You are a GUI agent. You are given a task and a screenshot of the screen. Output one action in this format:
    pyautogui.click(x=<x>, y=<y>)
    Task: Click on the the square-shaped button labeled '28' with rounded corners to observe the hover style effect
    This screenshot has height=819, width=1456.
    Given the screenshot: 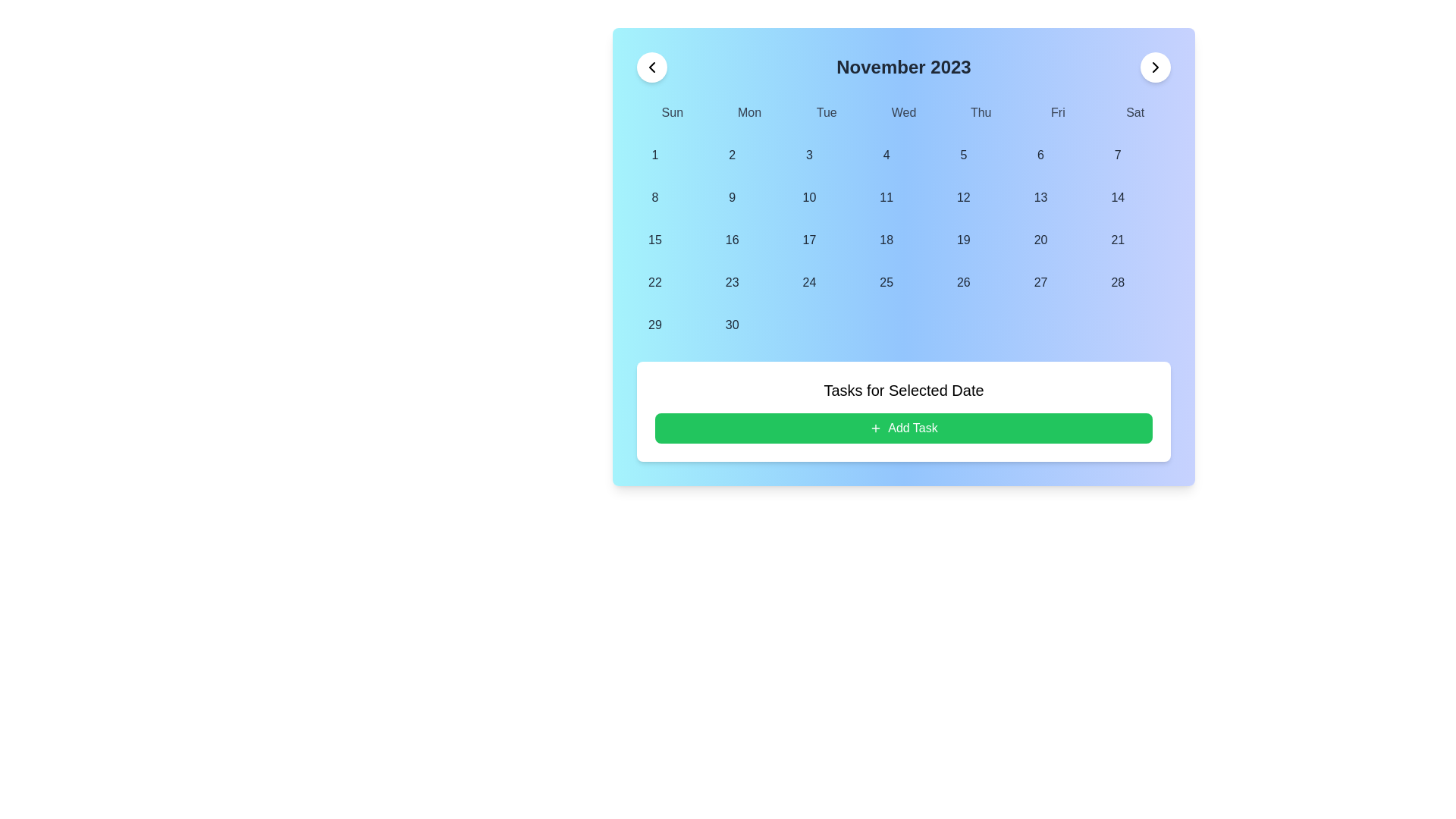 What is the action you would take?
    pyautogui.click(x=1118, y=283)
    